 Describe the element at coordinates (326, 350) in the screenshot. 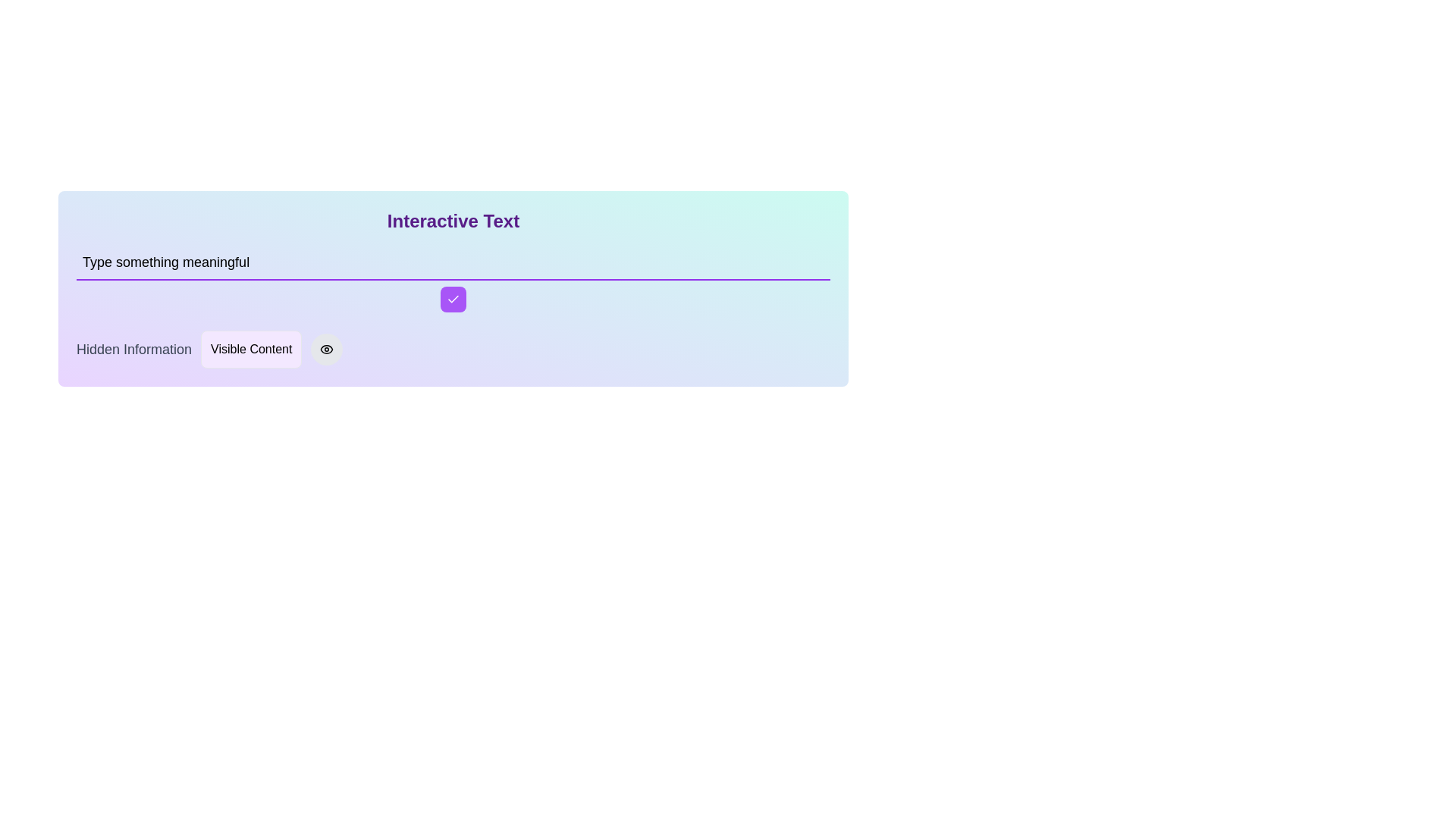

I see `the circular button with a gray background and an eye icon` at that location.